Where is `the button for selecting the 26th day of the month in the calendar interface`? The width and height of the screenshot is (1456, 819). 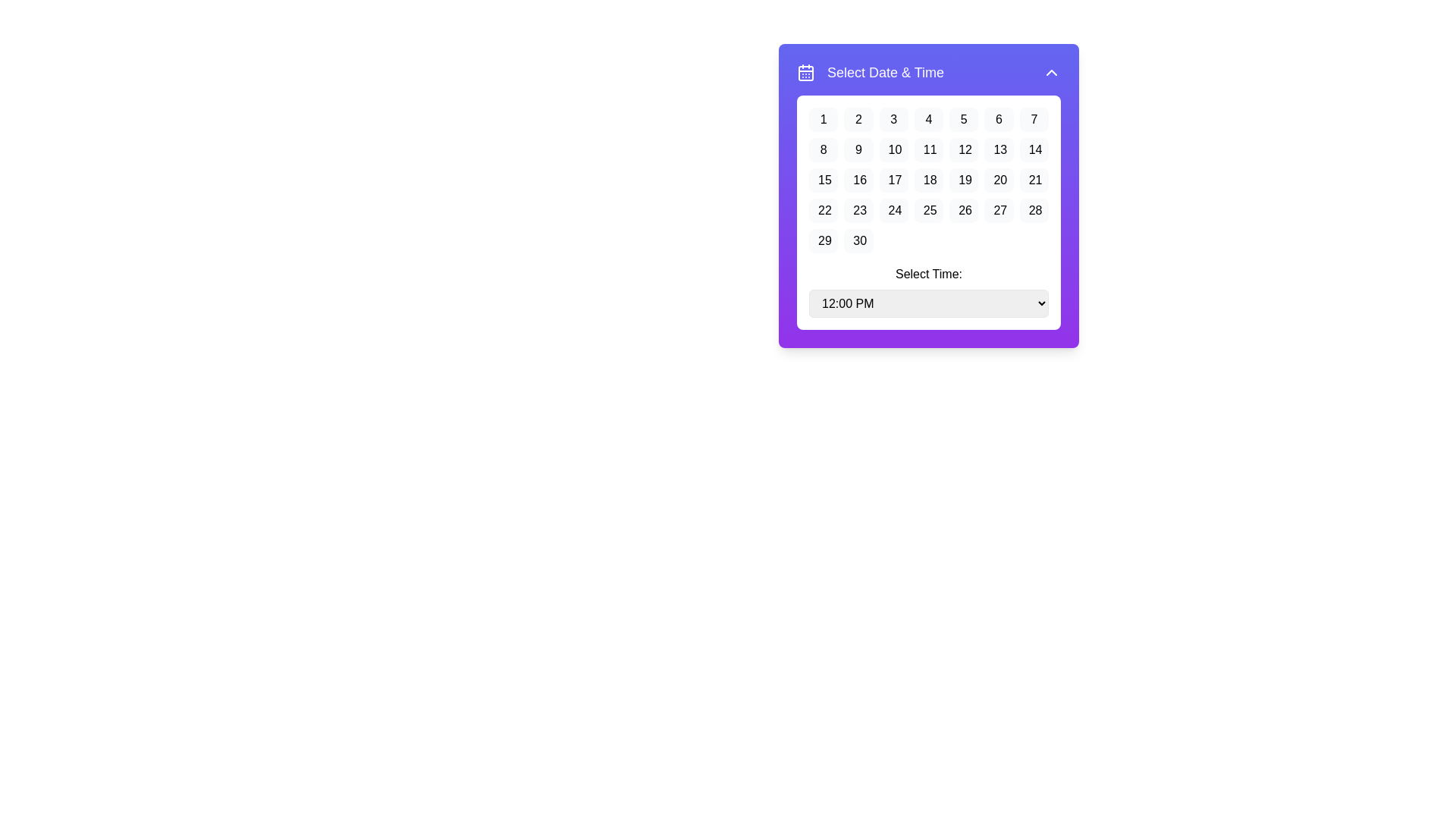
the button for selecting the 26th day of the month in the calendar interface is located at coordinates (963, 210).